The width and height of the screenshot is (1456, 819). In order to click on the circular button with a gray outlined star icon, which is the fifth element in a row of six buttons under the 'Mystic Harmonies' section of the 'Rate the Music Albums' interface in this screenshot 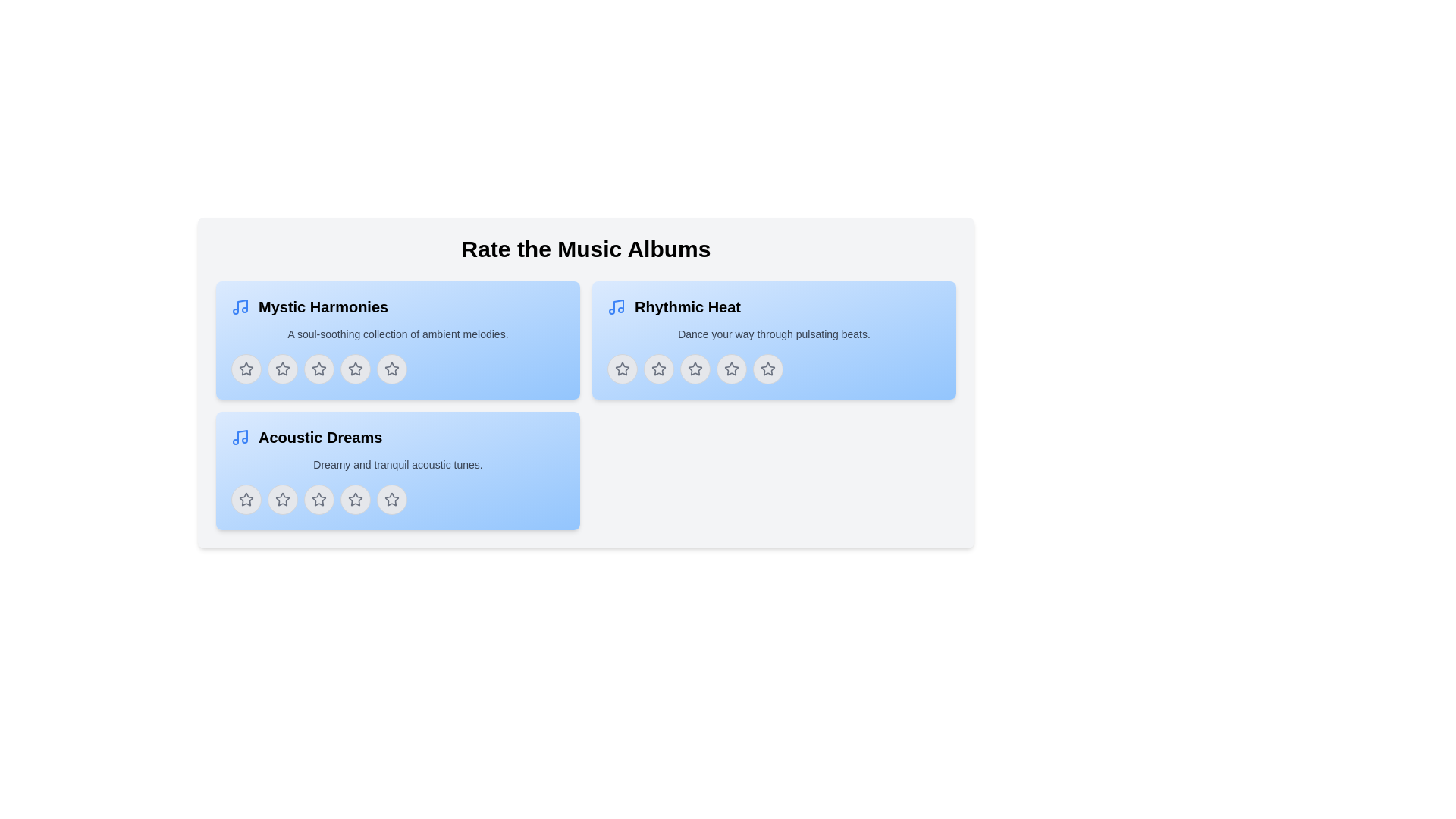, I will do `click(392, 369)`.